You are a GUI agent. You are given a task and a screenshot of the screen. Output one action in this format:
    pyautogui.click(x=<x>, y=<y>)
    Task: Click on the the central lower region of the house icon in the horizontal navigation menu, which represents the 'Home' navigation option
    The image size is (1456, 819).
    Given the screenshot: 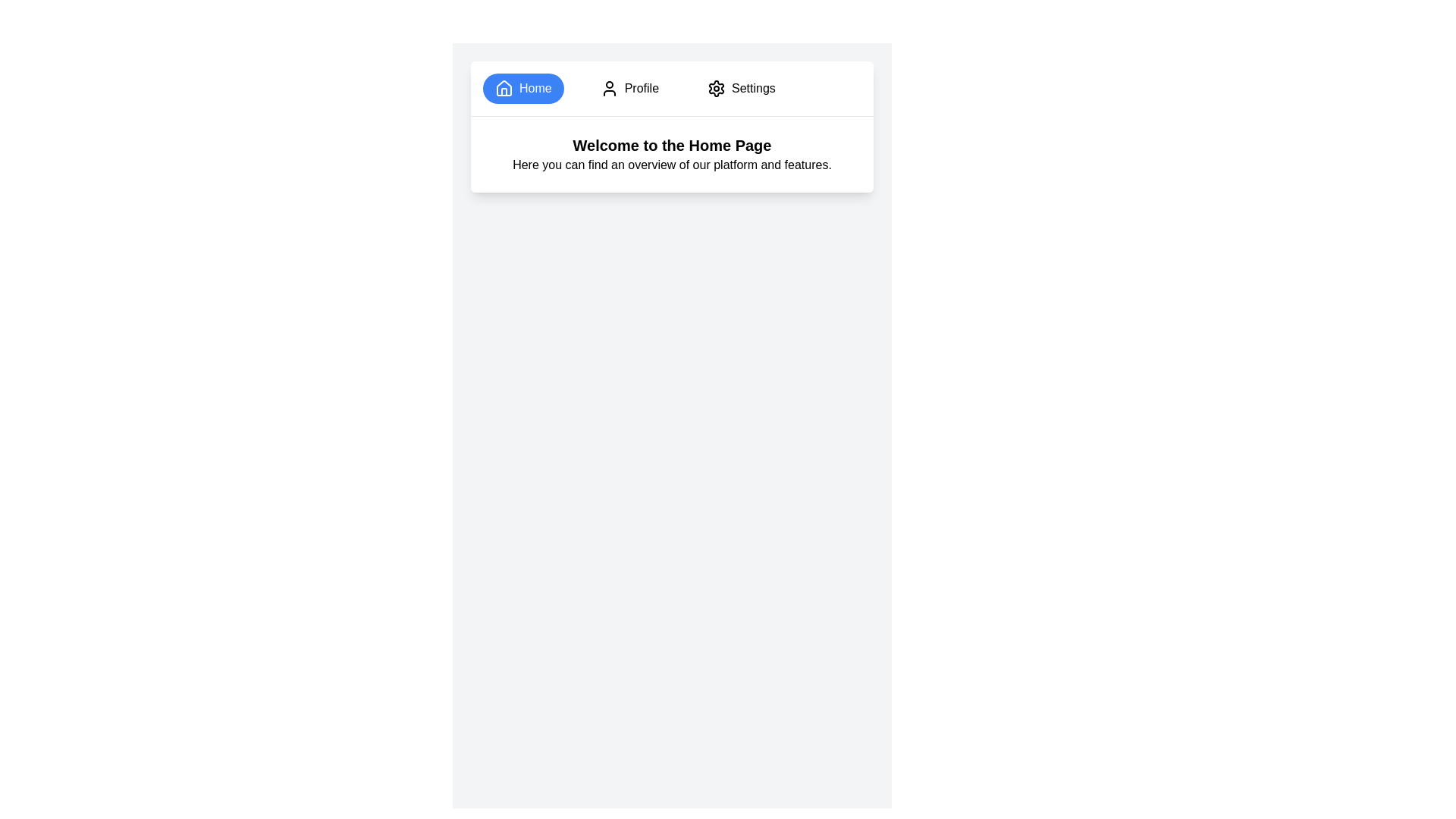 What is the action you would take?
    pyautogui.click(x=504, y=92)
    